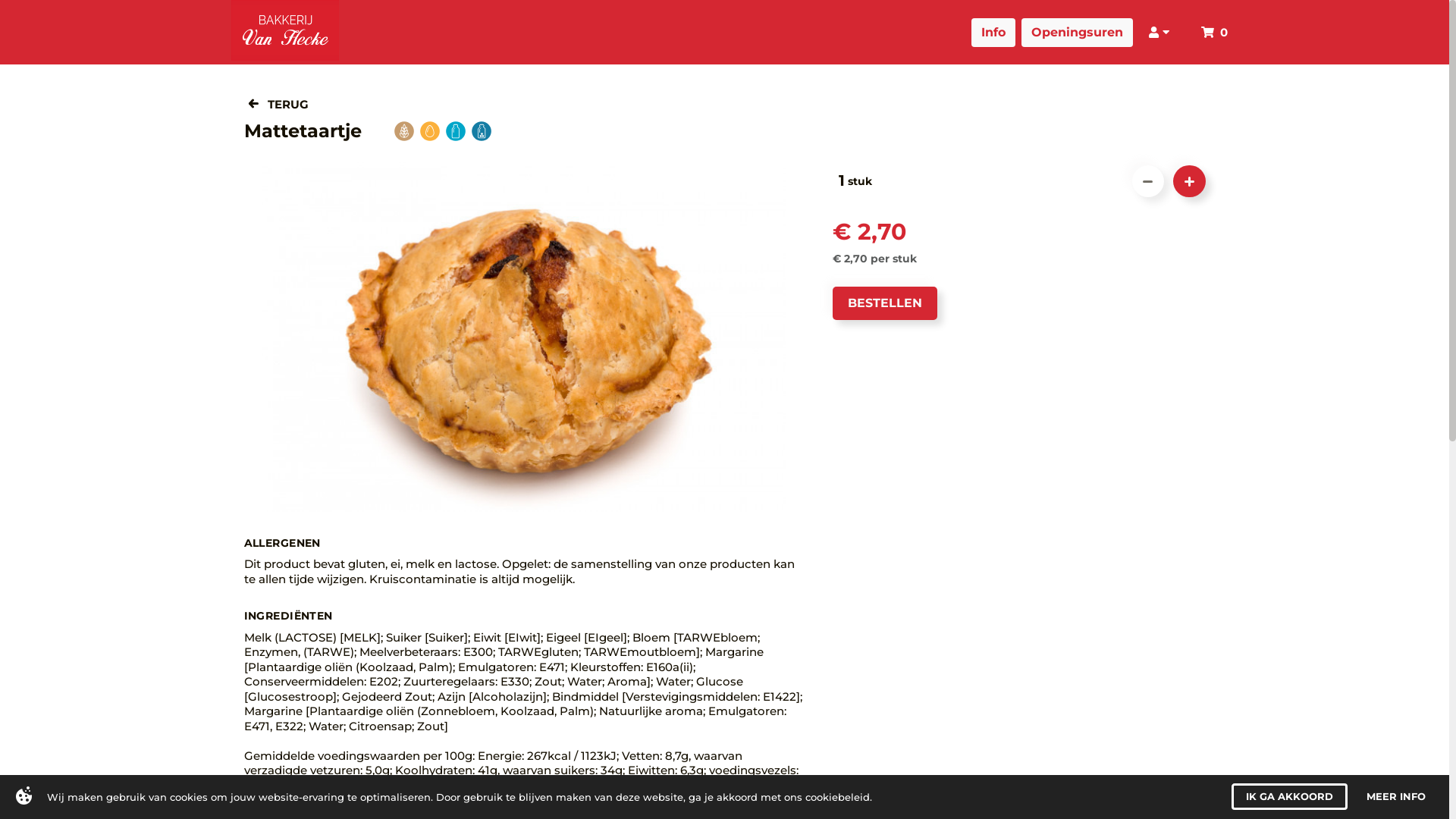 The width and height of the screenshot is (1456, 819). What do you see at coordinates (1231, 795) in the screenshot?
I see `'IK GA AKKOORD'` at bounding box center [1231, 795].